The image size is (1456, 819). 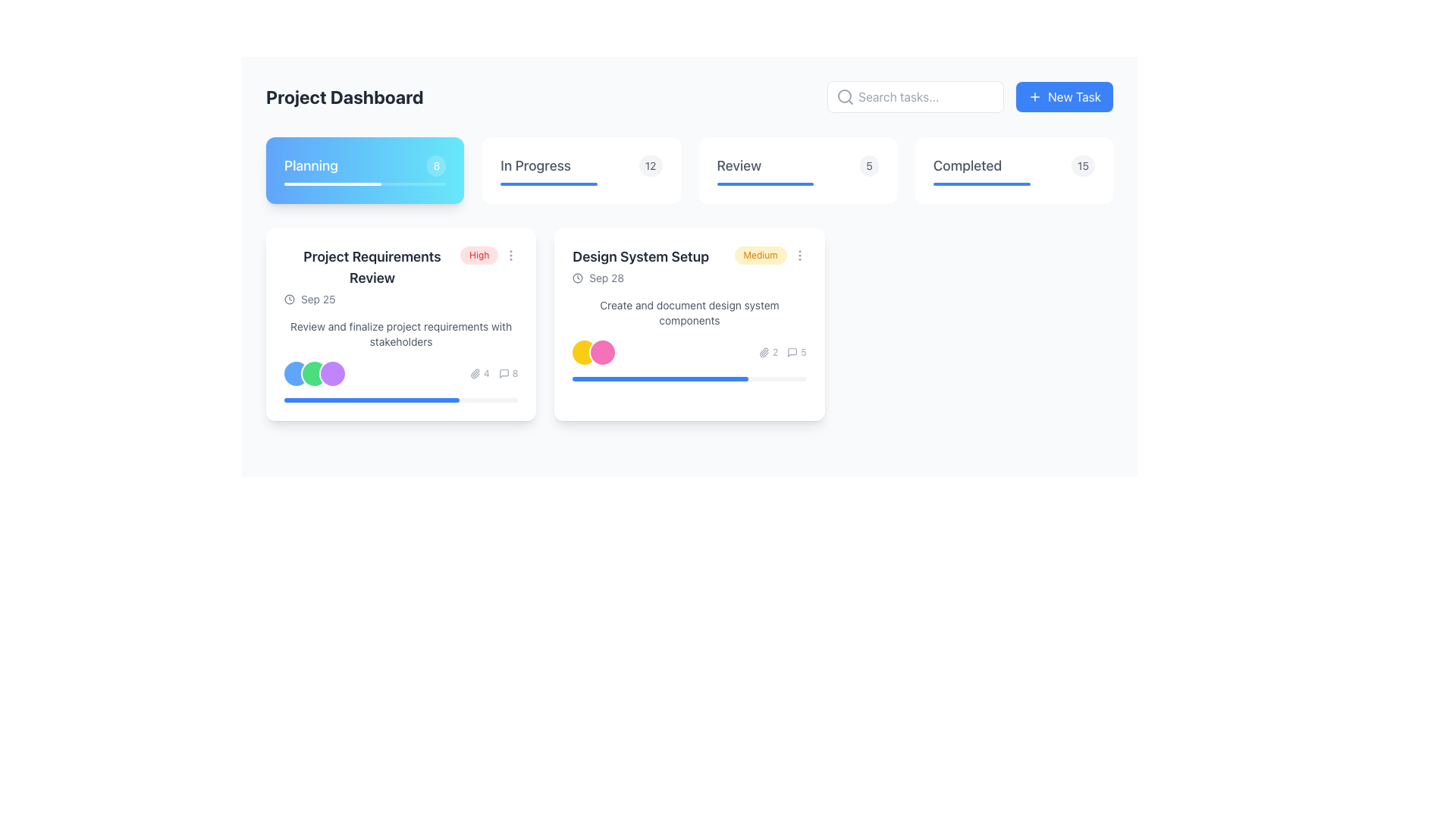 What do you see at coordinates (799, 254) in the screenshot?
I see `the button with a vertical ellipsis icon located at the top-right corner of the 'Design System Setup' card, which has a yellow 'Medium' badge` at bounding box center [799, 254].